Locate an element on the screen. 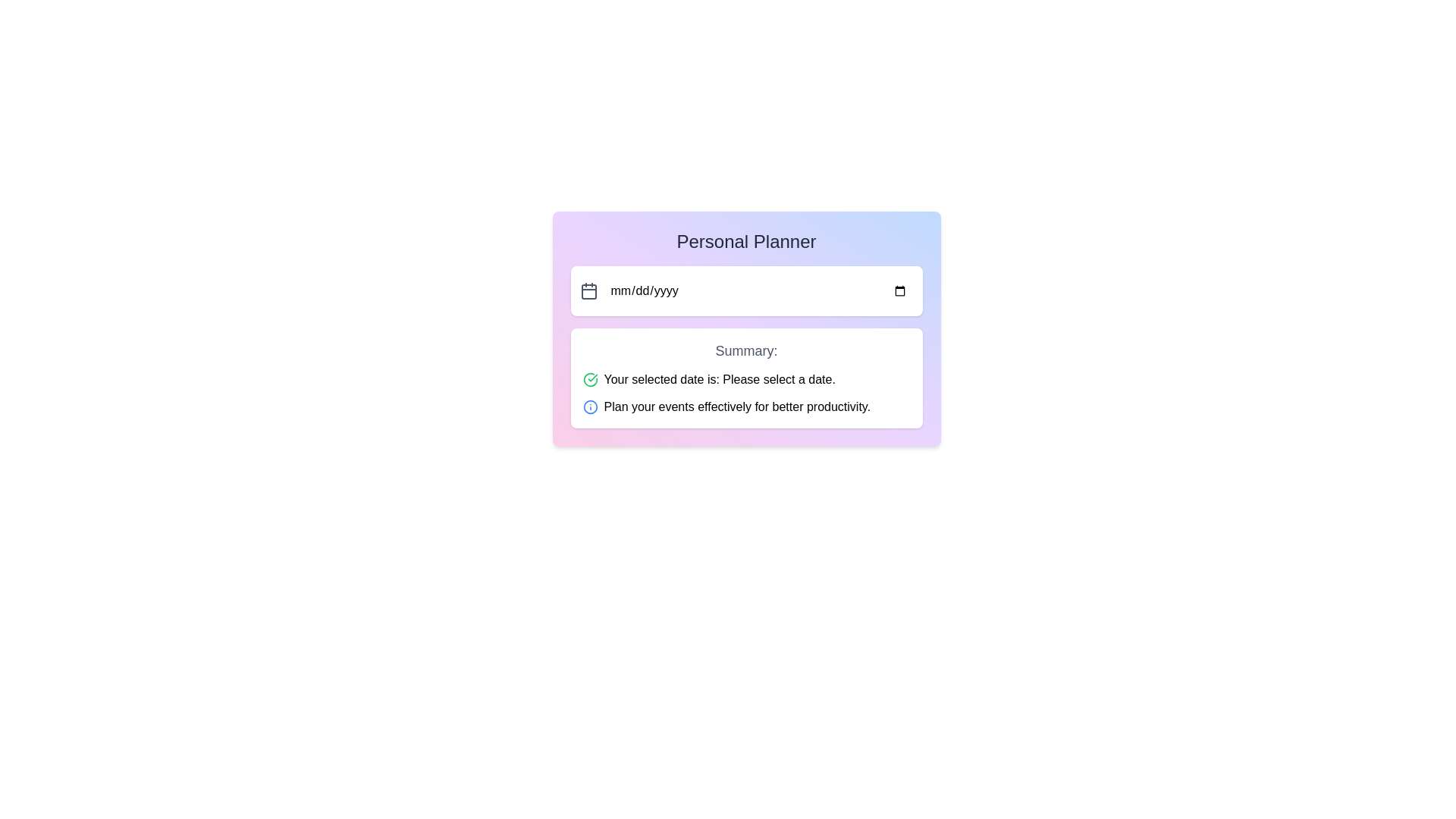  static text label that displays 'Your selected date is: Please select a date.' located in the summary section below the date input field is located at coordinates (719, 379).